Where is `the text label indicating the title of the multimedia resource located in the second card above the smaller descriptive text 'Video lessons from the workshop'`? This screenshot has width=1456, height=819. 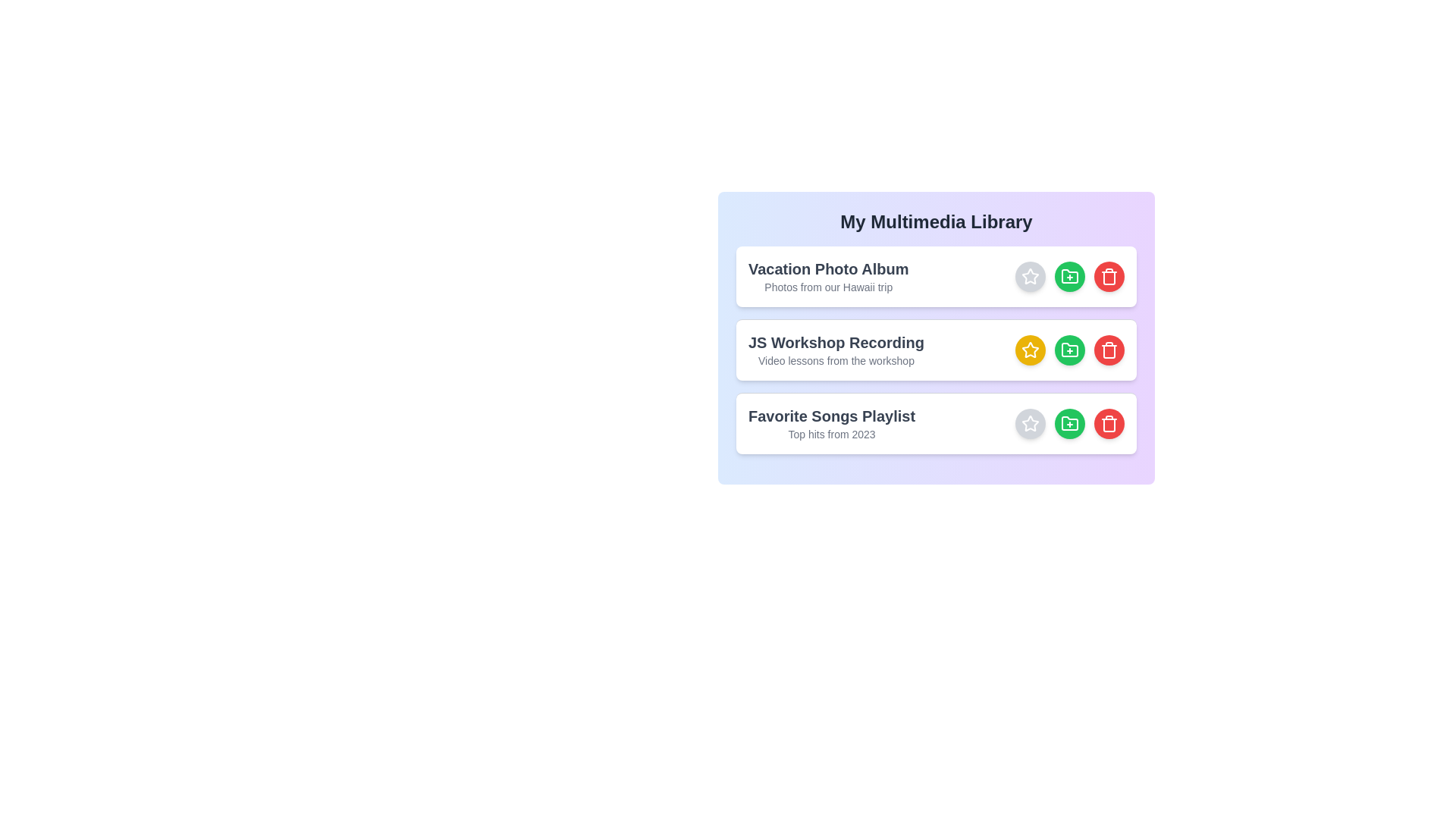 the text label indicating the title of the multimedia resource located in the second card above the smaller descriptive text 'Video lessons from the workshop' is located at coordinates (836, 342).